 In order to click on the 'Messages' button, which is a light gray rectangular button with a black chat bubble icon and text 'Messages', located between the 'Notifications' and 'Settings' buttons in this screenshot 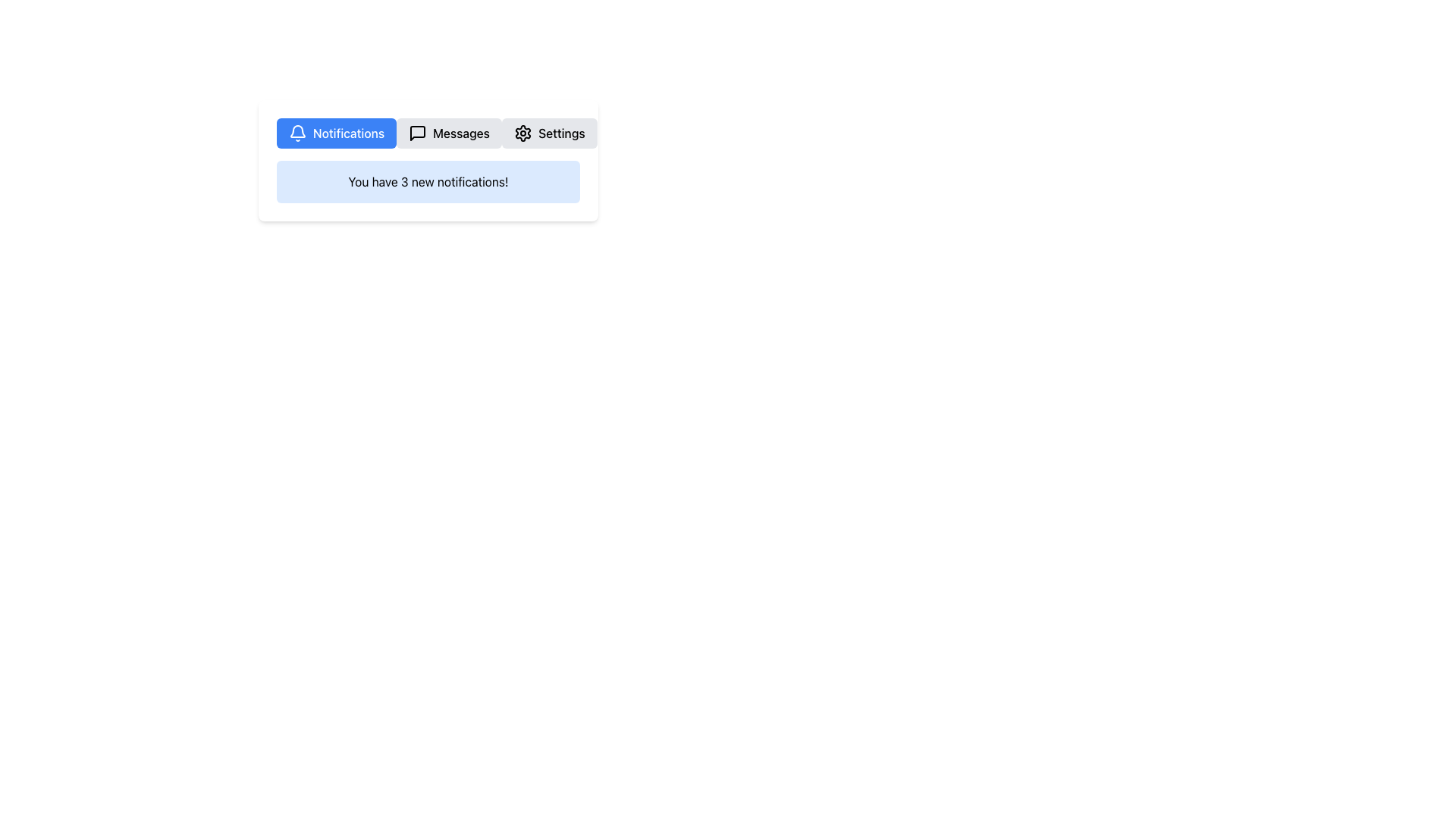, I will do `click(448, 133)`.